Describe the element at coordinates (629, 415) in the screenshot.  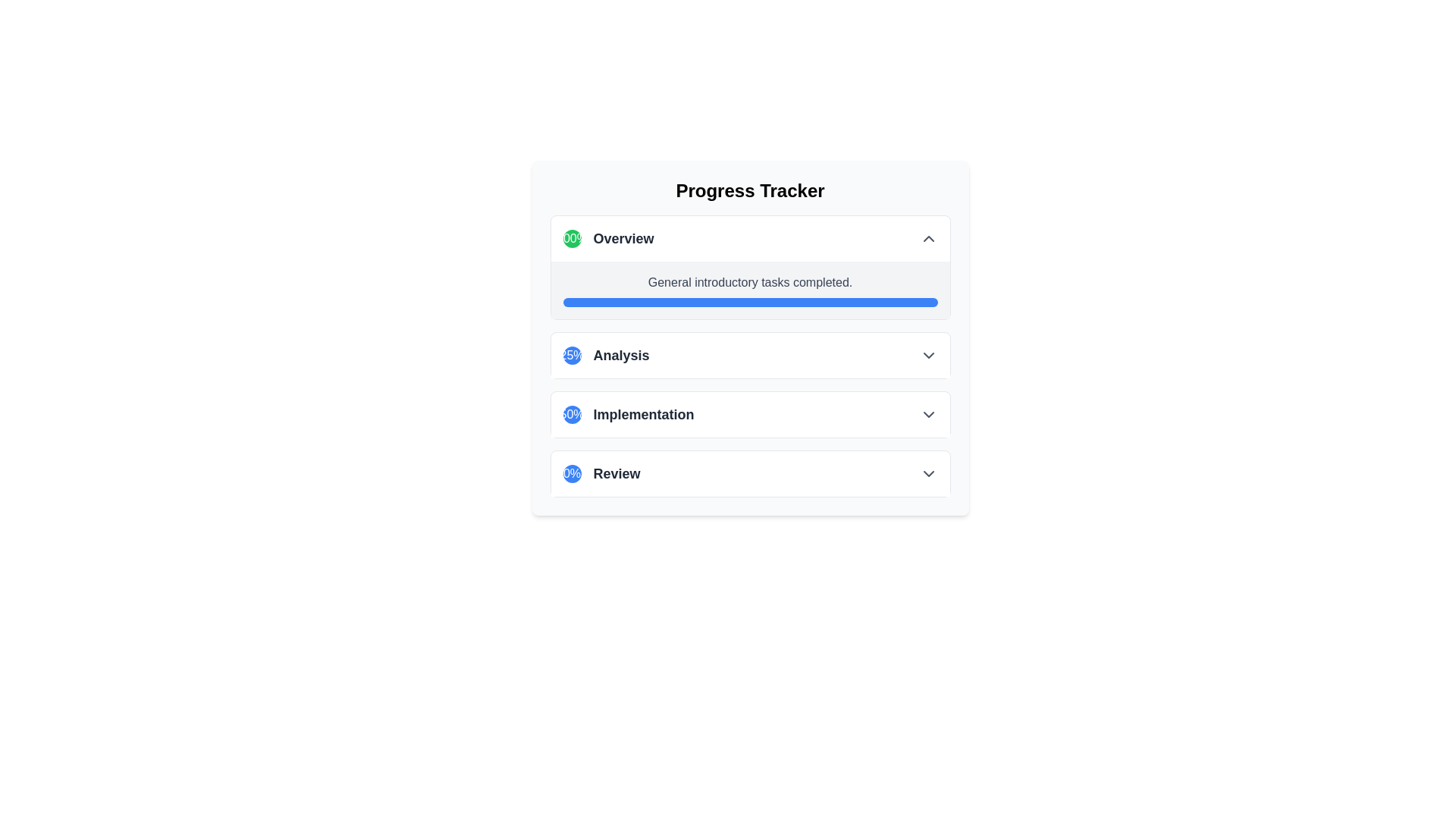
I see `the progress indicator for the 'Implementation' stage, which shows a completion percentage of 50% and is the third item in the 'Progress Tracker' section` at that location.